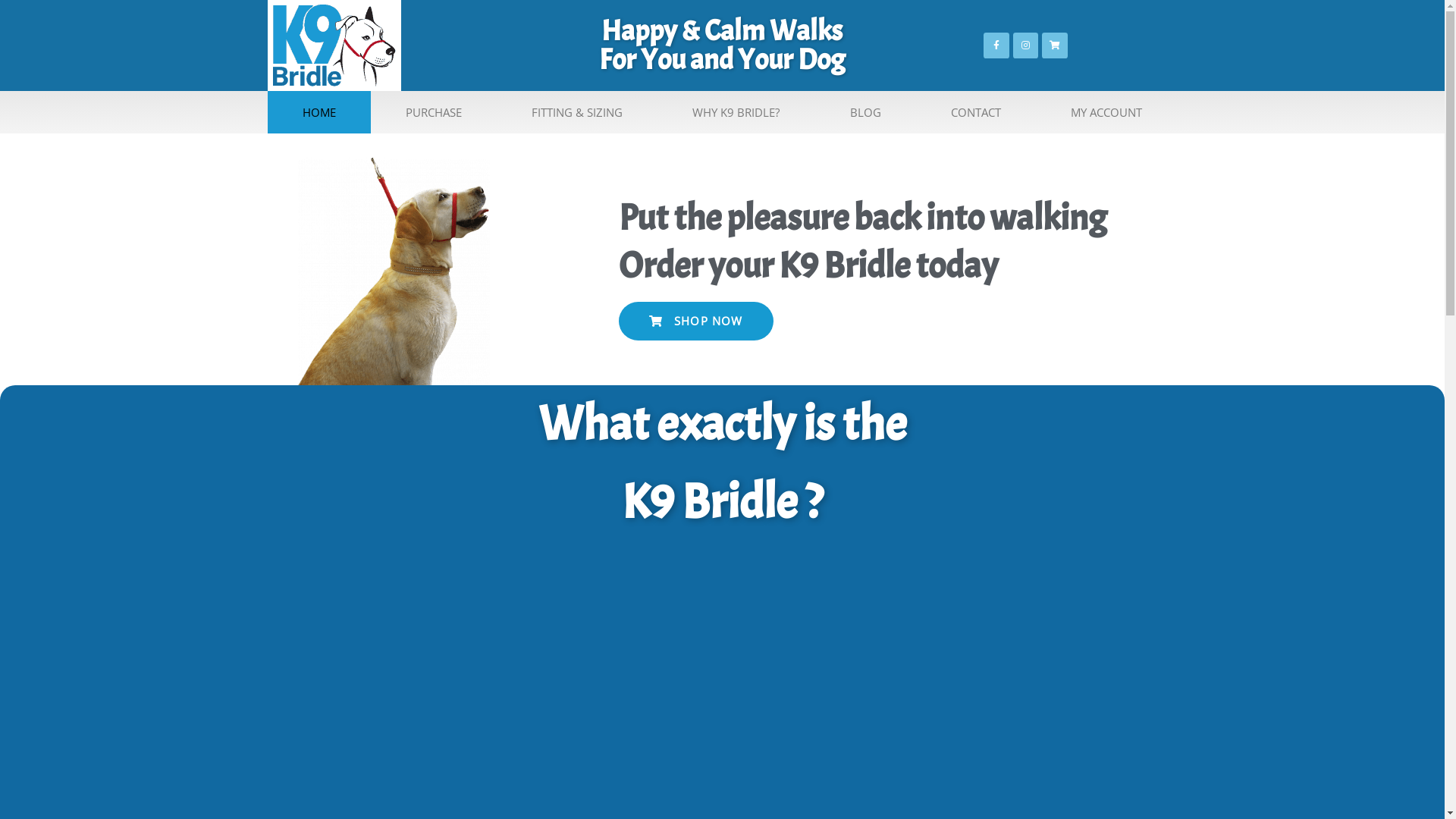  What do you see at coordinates (576, 111) in the screenshot?
I see `'FITTING & SIZING'` at bounding box center [576, 111].